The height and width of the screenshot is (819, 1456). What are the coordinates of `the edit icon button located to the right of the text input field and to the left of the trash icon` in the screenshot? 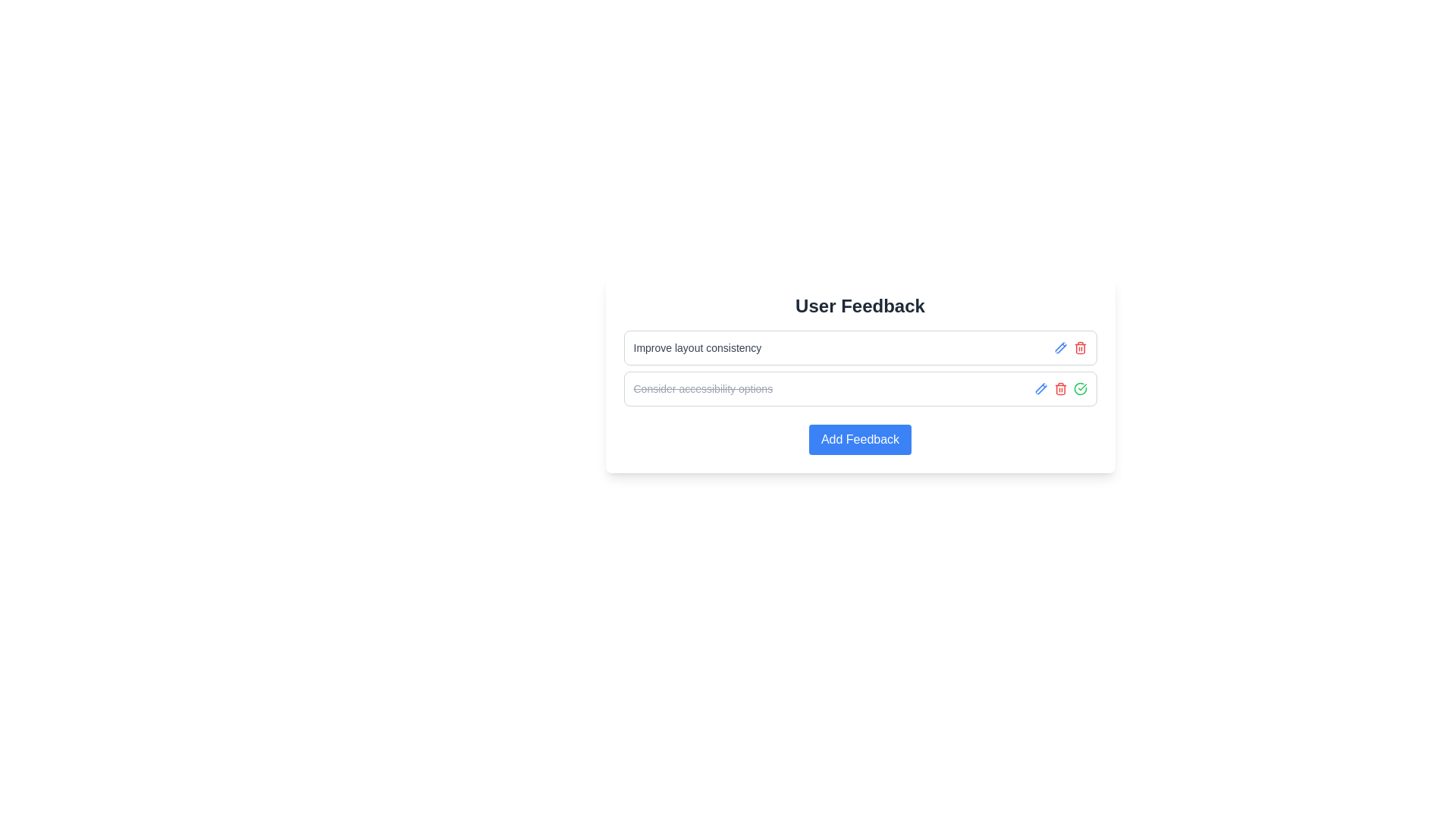 It's located at (1040, 388).